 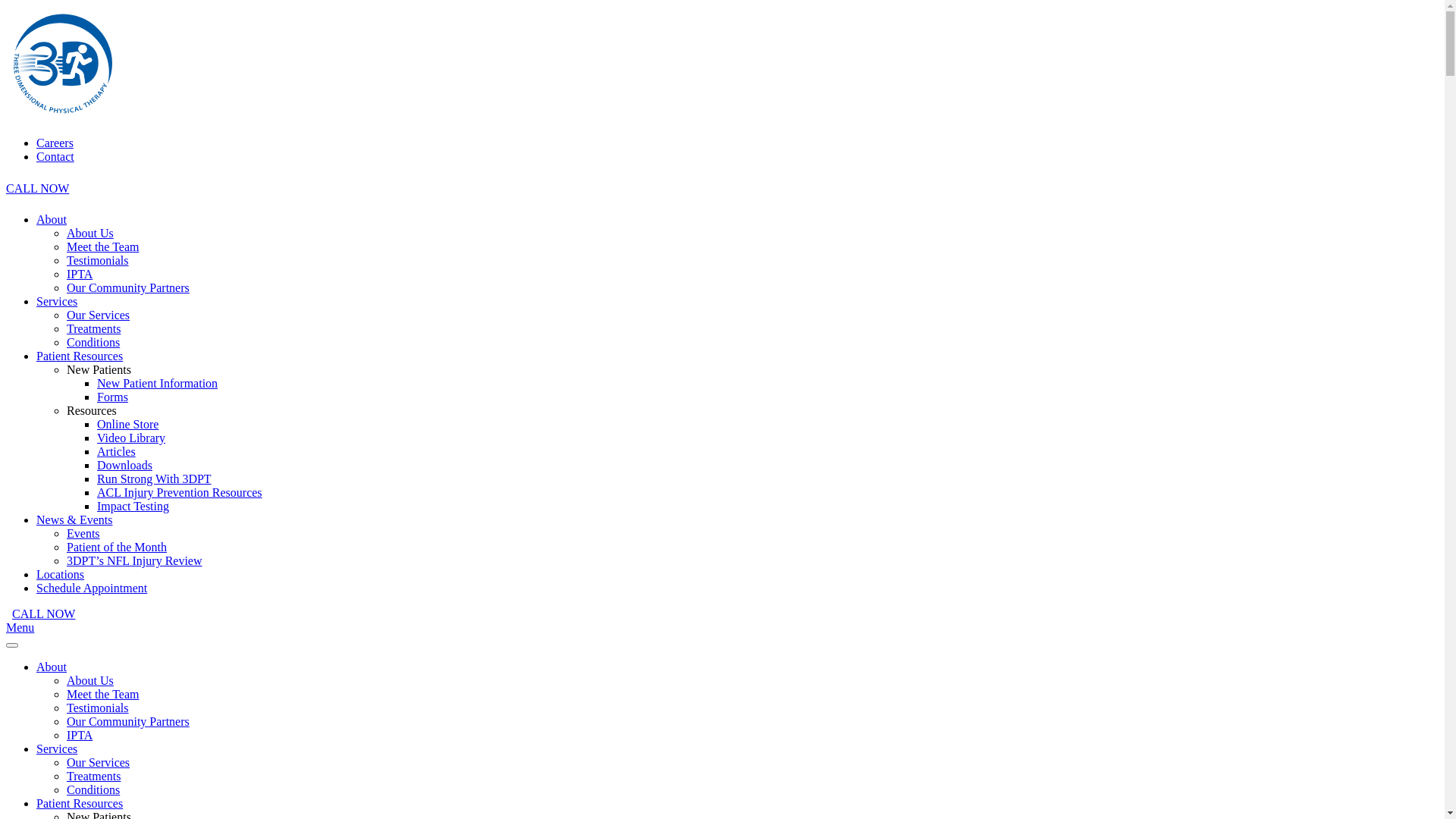 I want to click on 'Locations', so click(x=36, y=574).